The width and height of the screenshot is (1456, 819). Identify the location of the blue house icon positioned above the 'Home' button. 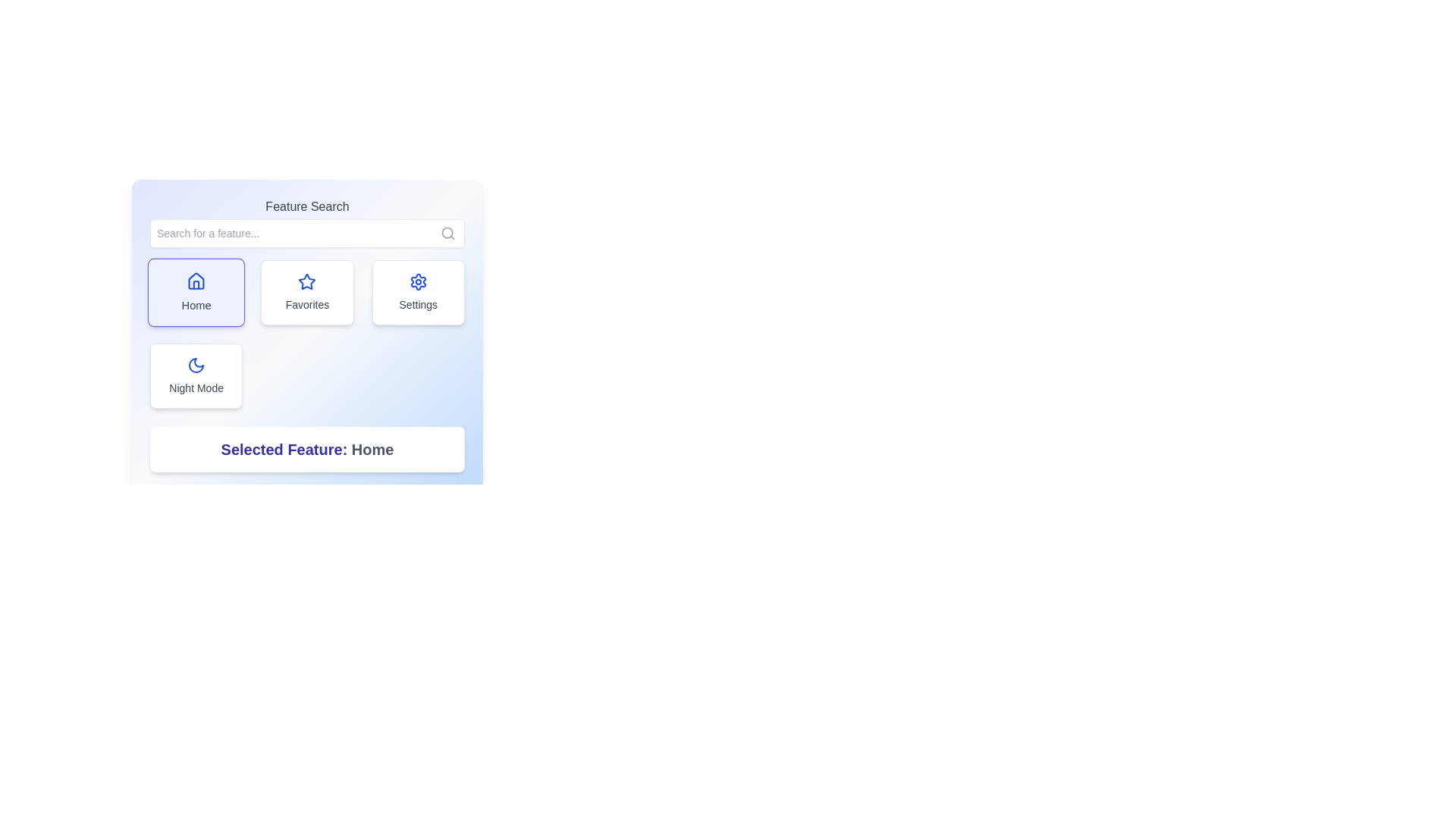
(196, 281).